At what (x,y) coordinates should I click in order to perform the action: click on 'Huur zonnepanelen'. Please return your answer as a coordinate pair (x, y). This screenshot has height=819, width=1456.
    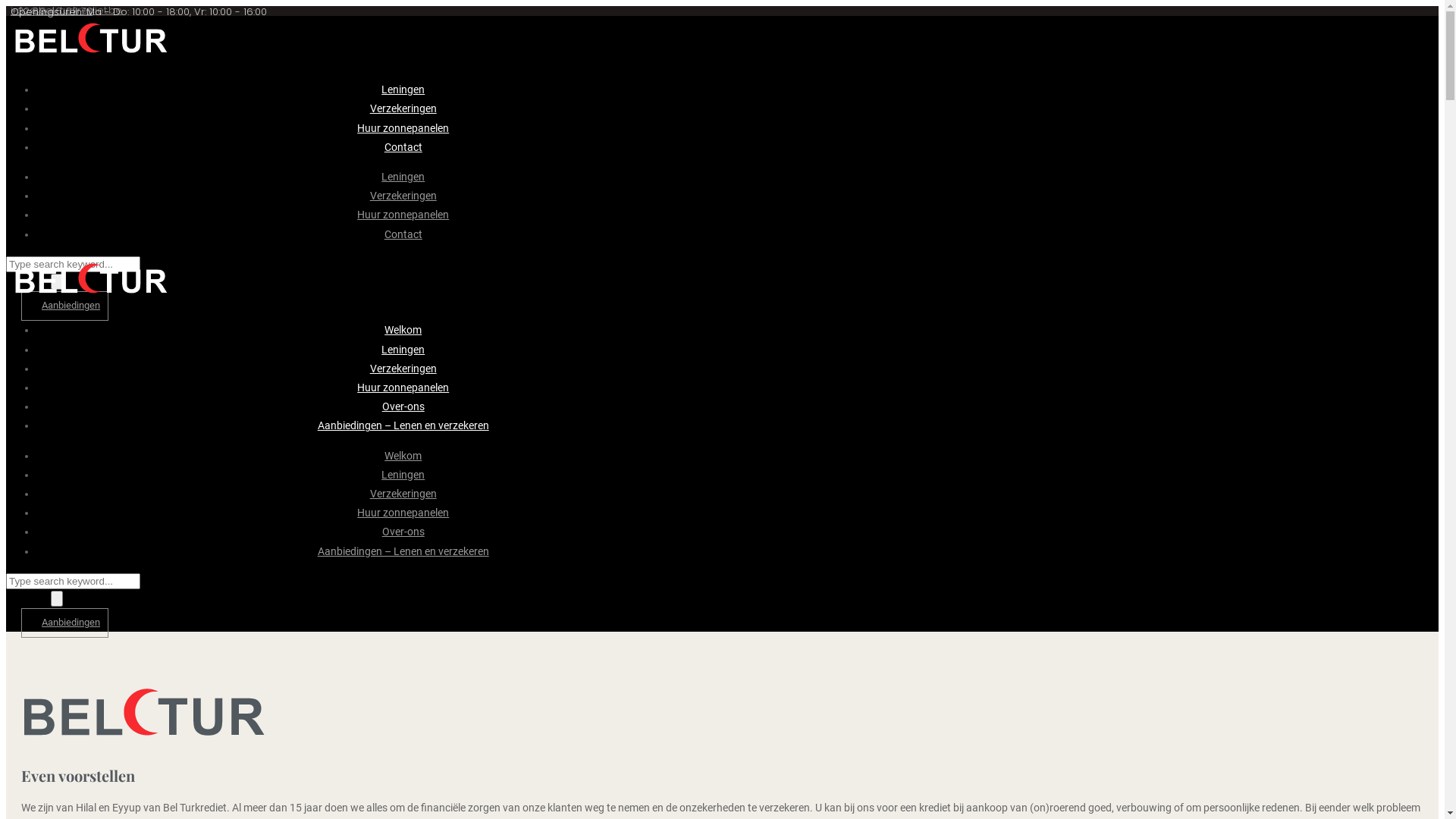
    Looking at the image, I should click on (403, 127).